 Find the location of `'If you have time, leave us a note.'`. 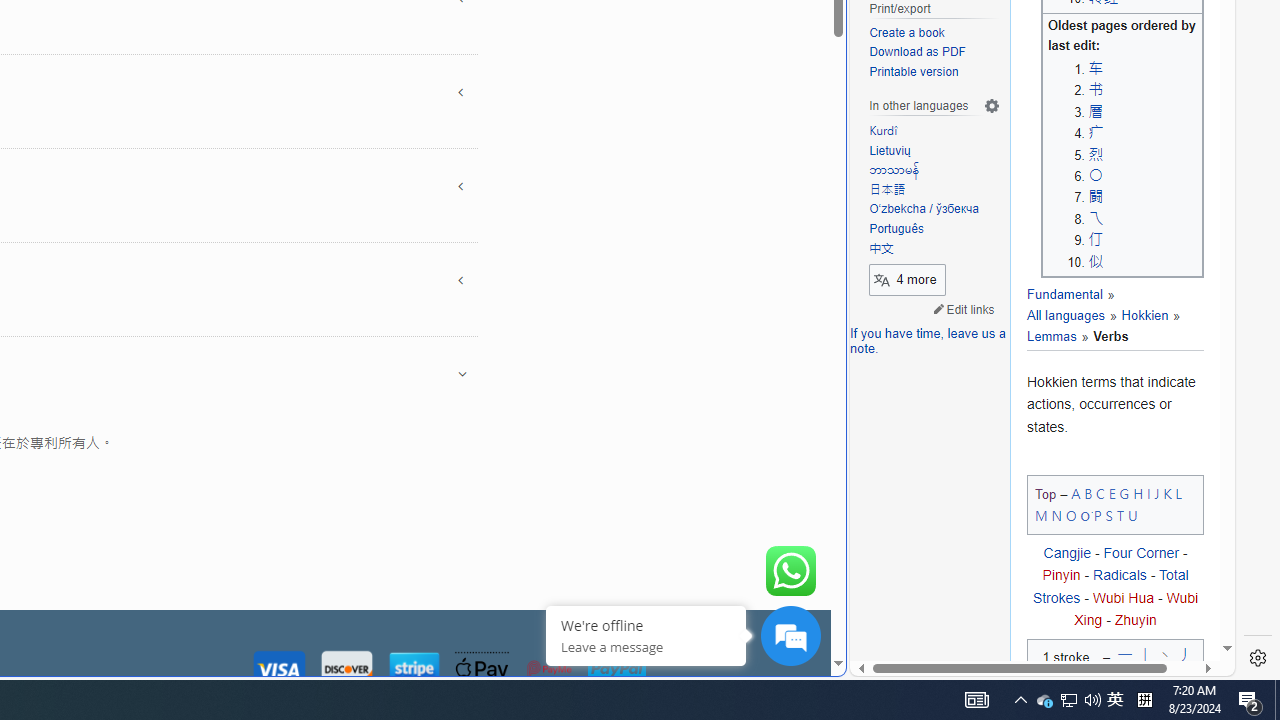

'If you have time, leave us a note.' is located at coordinates (927, 340).